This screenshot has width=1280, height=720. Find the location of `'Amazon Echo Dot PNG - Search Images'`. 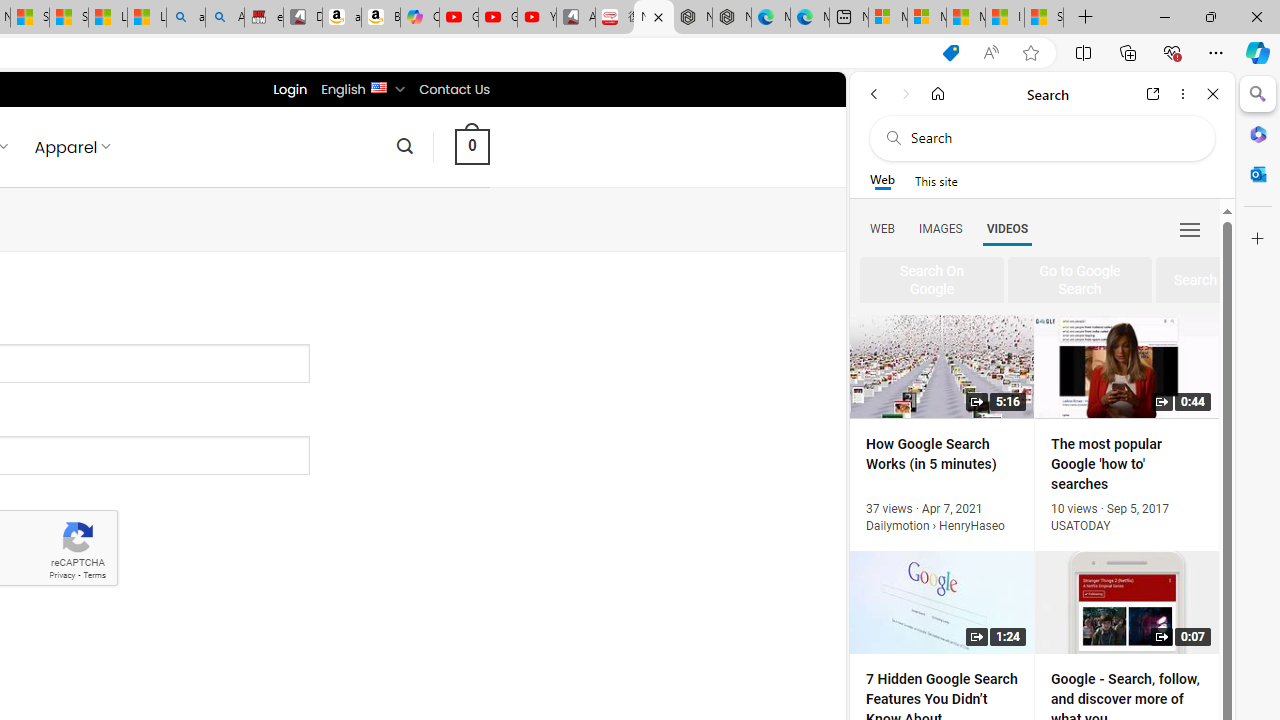

'Amazon Echo Dot PNG - Search Images' is located at coordinates (225, 17).